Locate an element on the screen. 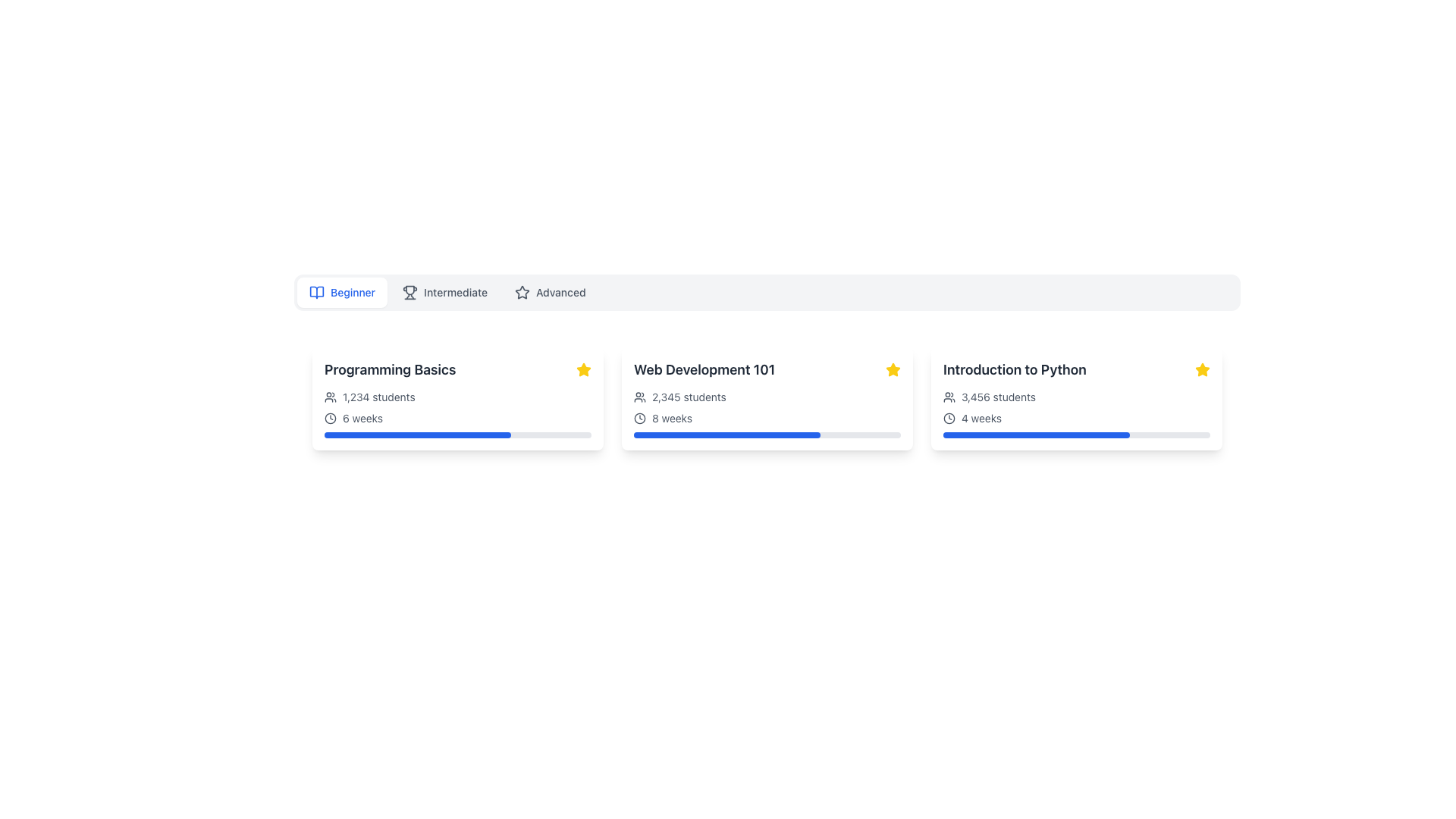 The height and width of the screenshot is (819, 1456). the star icon is located at coordinates (582, 370).